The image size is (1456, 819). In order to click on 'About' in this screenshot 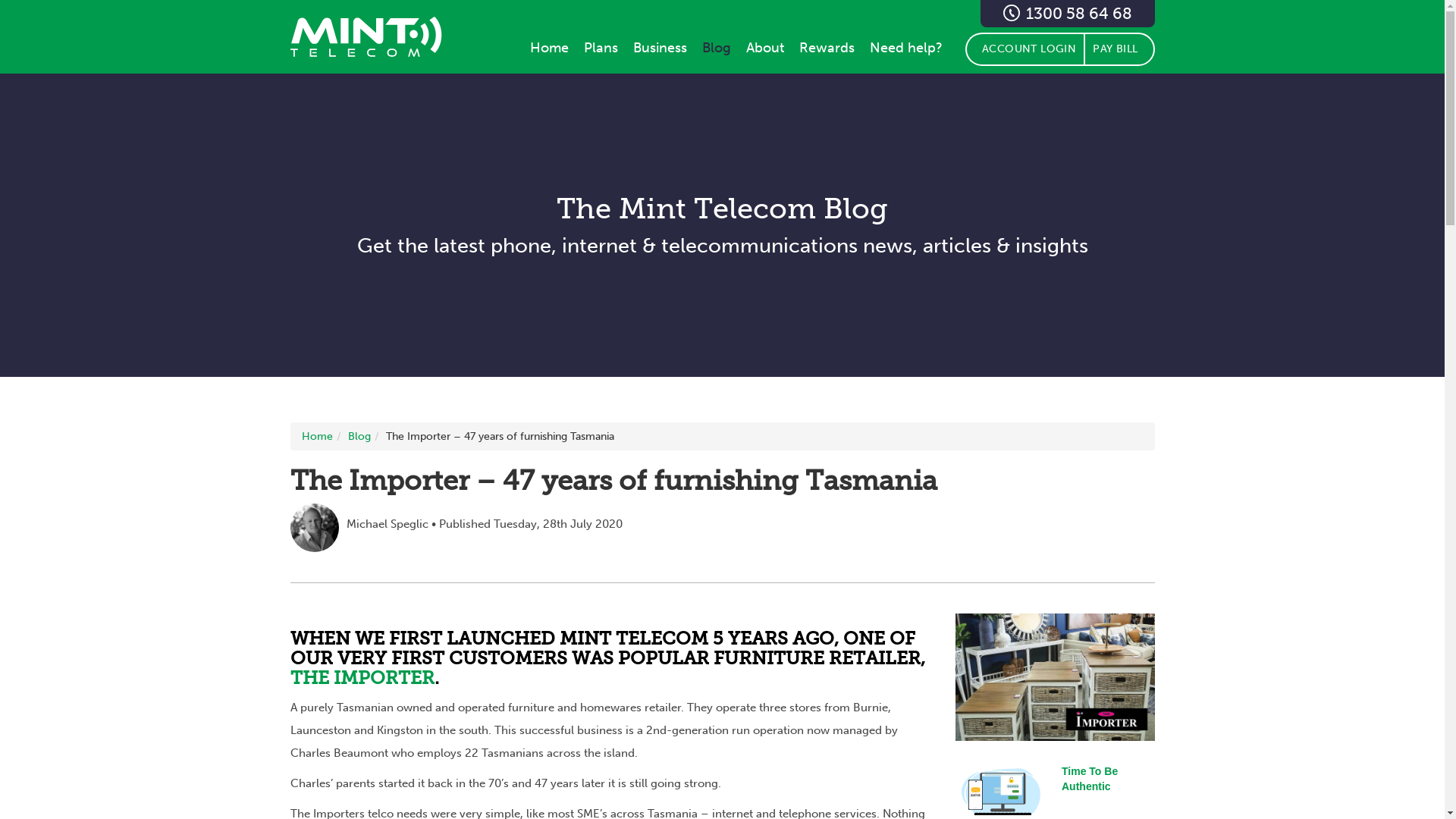, I will do `click(764, 46)`.